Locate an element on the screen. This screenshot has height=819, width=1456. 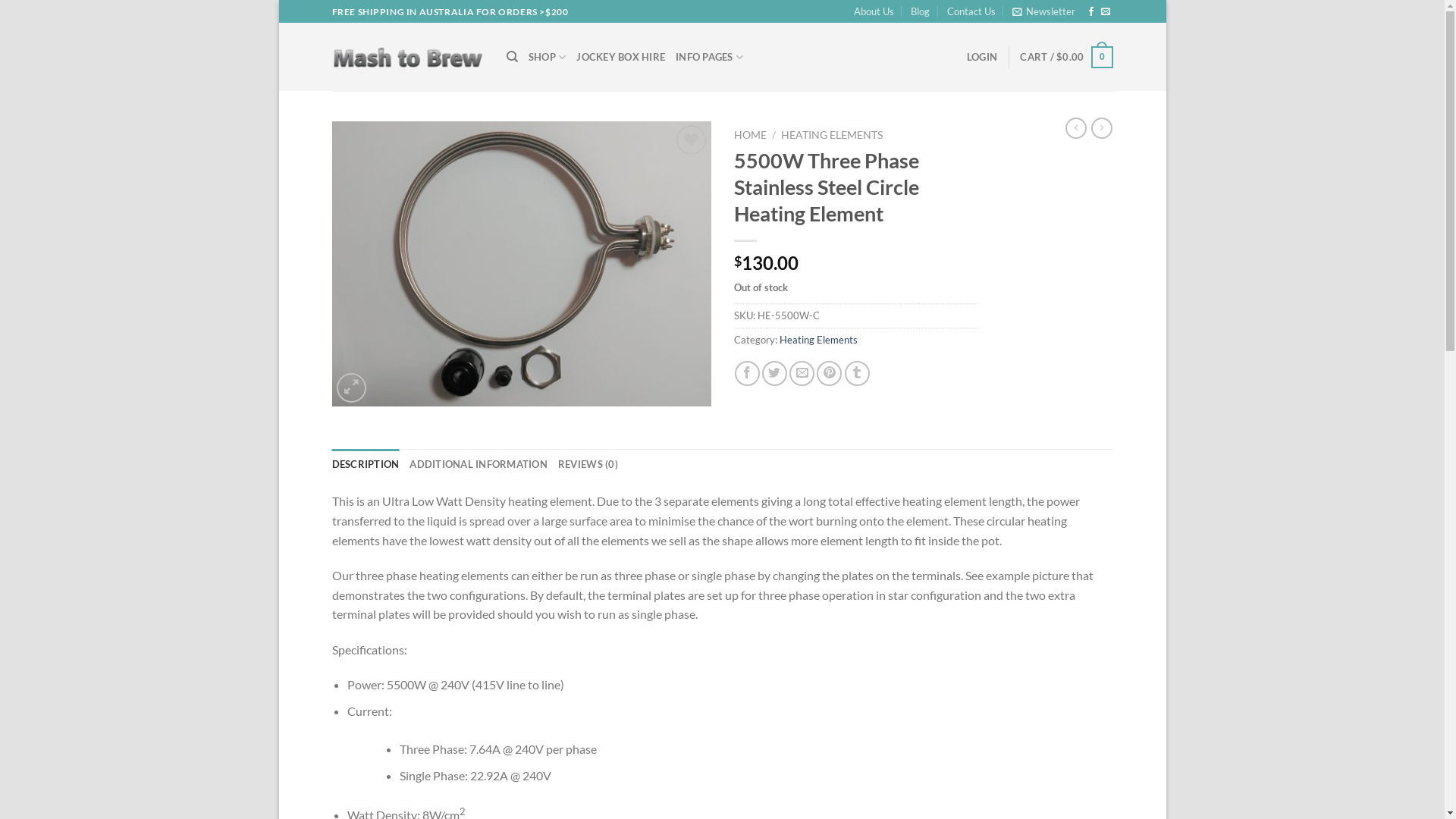
'Contact Us' is located at coordinates (971, 11).